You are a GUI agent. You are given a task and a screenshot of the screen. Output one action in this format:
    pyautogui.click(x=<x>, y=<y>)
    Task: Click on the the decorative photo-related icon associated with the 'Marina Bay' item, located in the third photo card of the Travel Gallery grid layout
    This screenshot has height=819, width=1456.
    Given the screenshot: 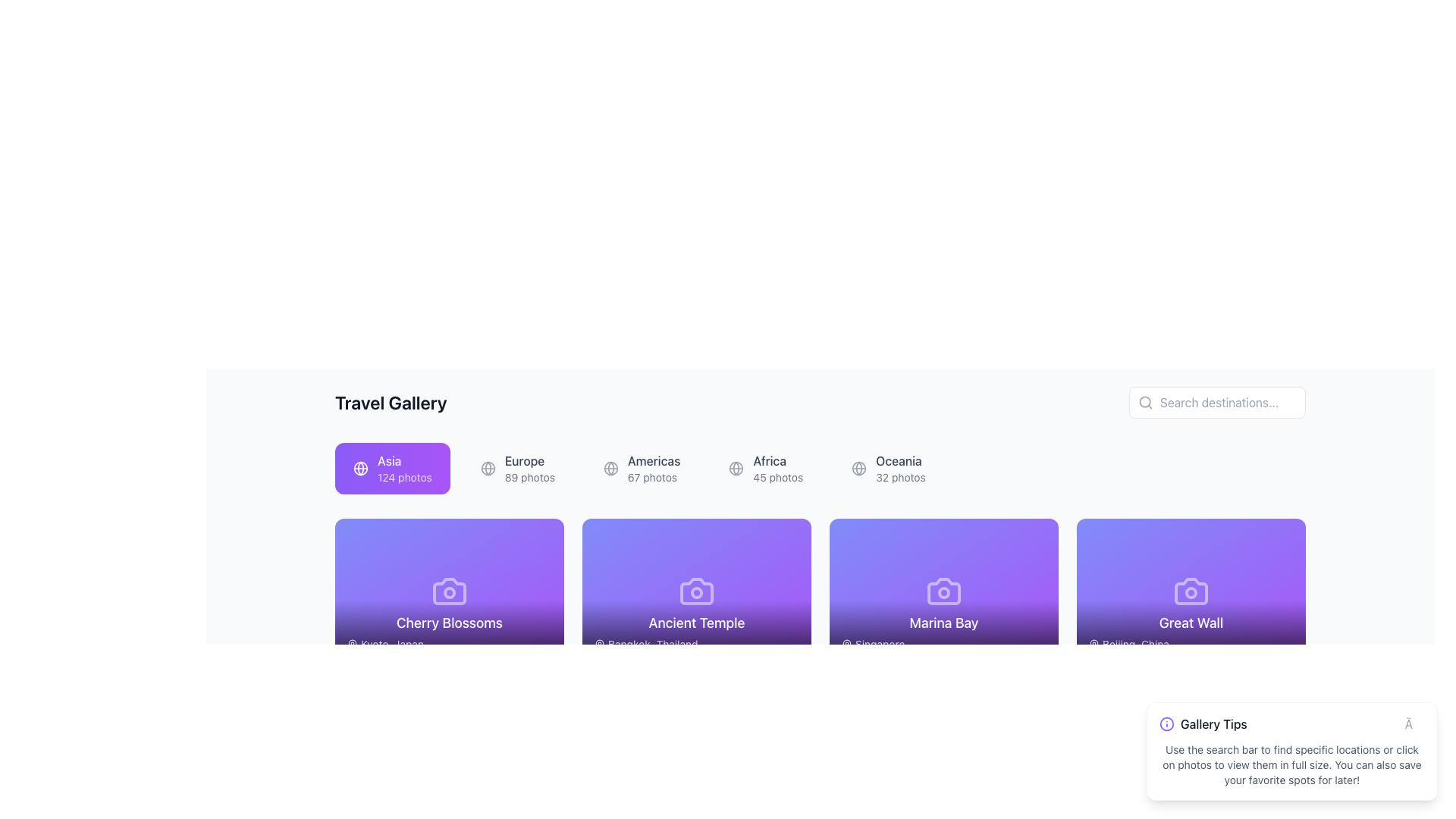 What is the action you would take?
    pyautogui.click(x=943, y=590)
    